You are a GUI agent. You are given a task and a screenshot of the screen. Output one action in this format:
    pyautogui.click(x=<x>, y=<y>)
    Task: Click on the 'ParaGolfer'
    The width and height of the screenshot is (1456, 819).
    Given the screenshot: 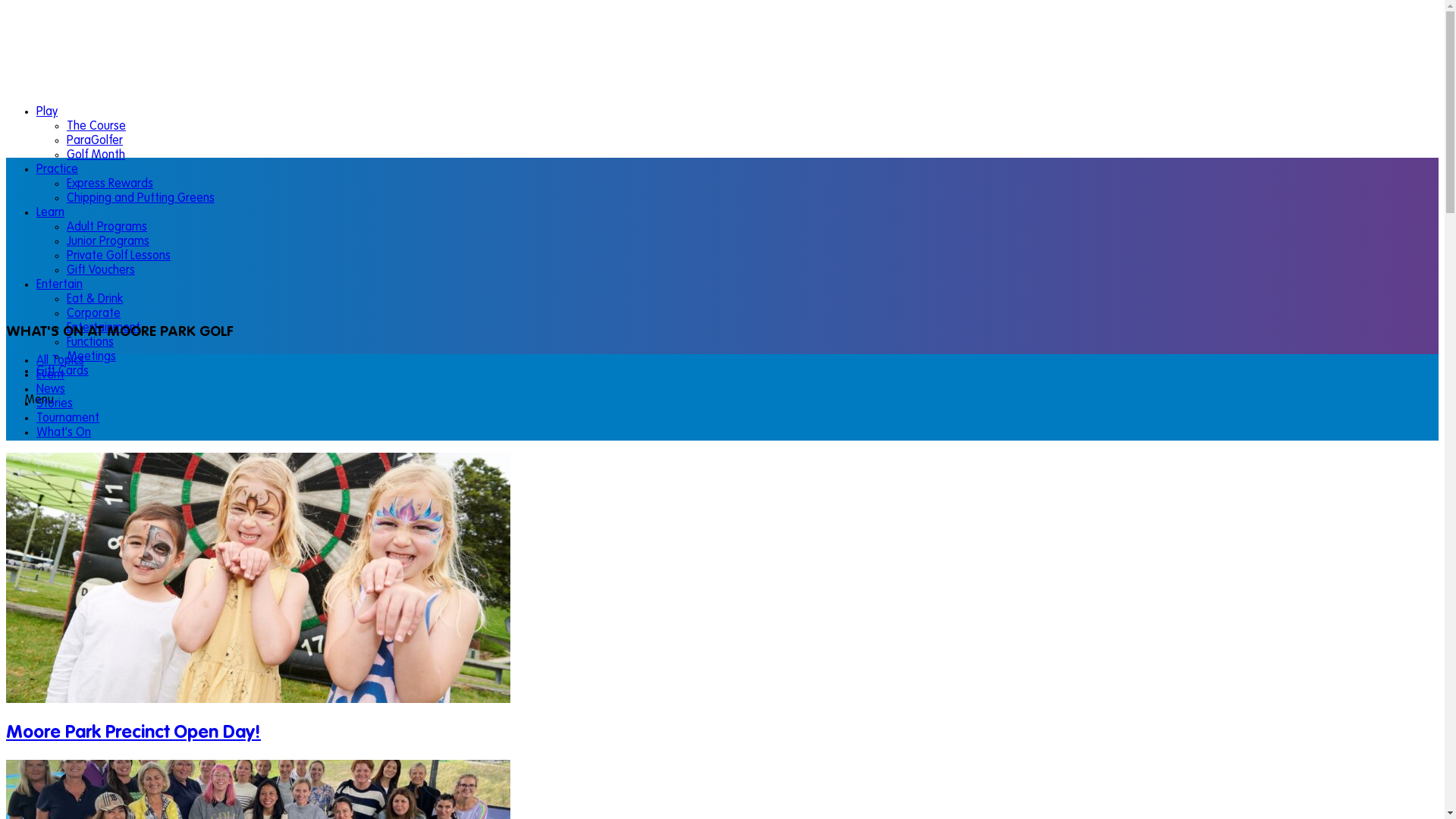 What is the action you would take?
    pyautogui.click(x=65, y=140)
    